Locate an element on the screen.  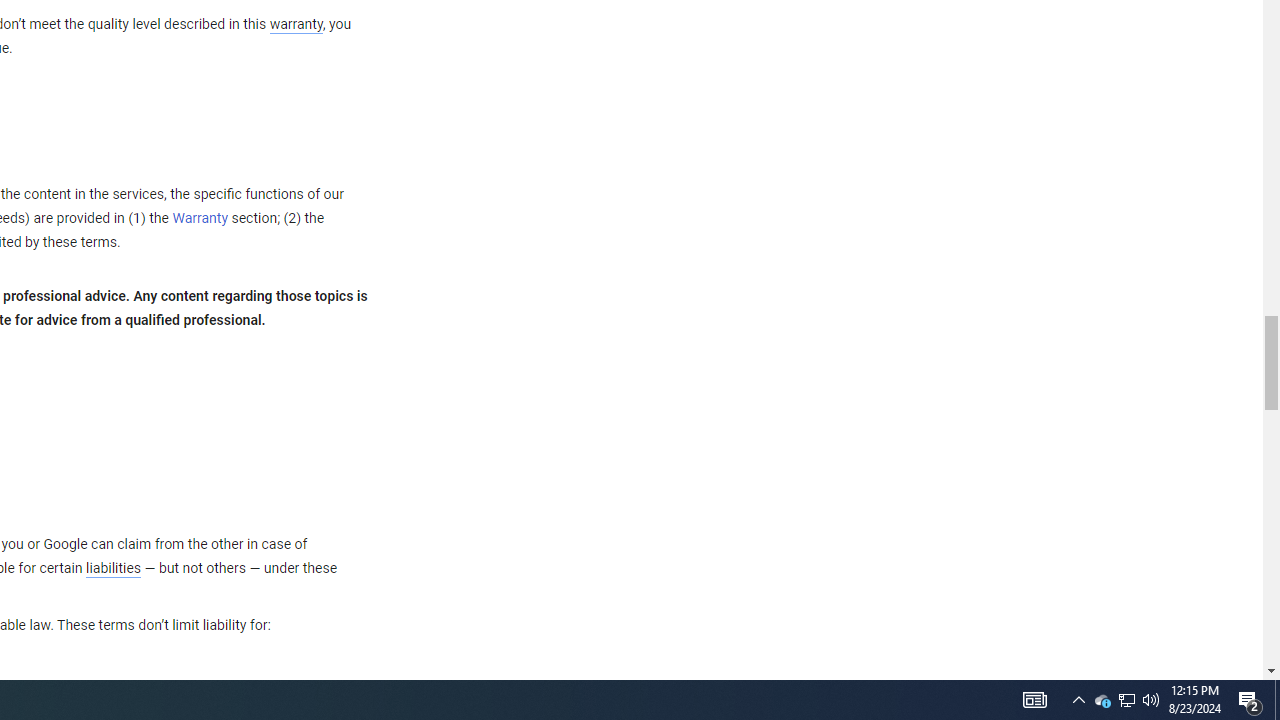
'Warranty' is located at coordinates (200, 219).